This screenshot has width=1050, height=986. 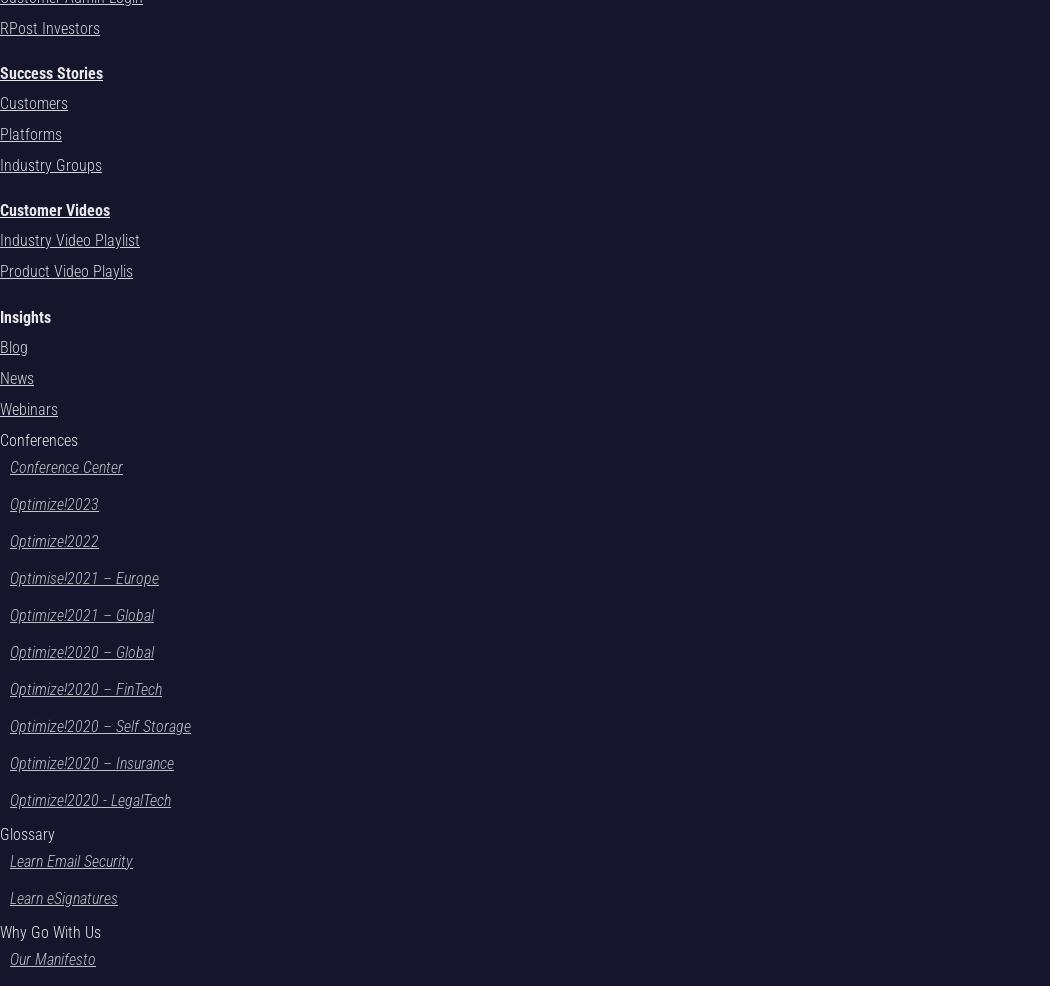 What do you see at coordinates (9, 724) in the screenshot?
I see `'Optimize!2020 – Self Storage'` at bounding box center [9, 724].